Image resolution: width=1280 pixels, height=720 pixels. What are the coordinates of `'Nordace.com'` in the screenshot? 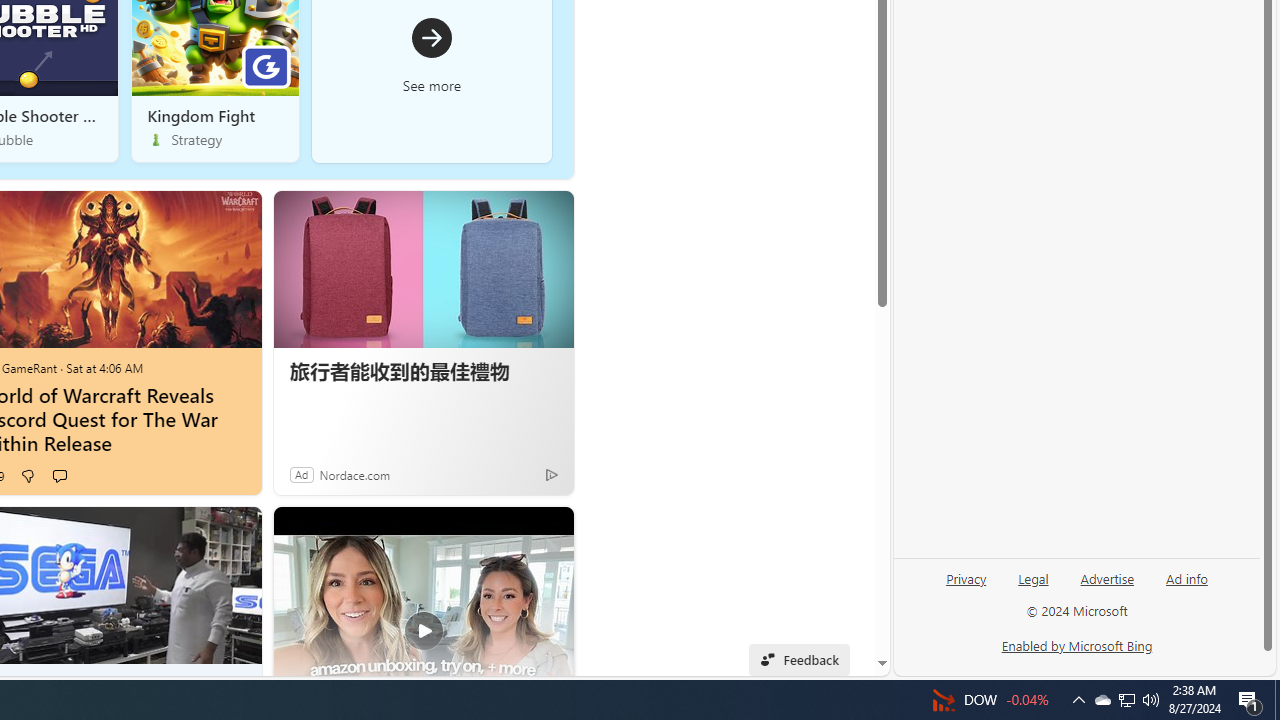 It's located at (354, 474).